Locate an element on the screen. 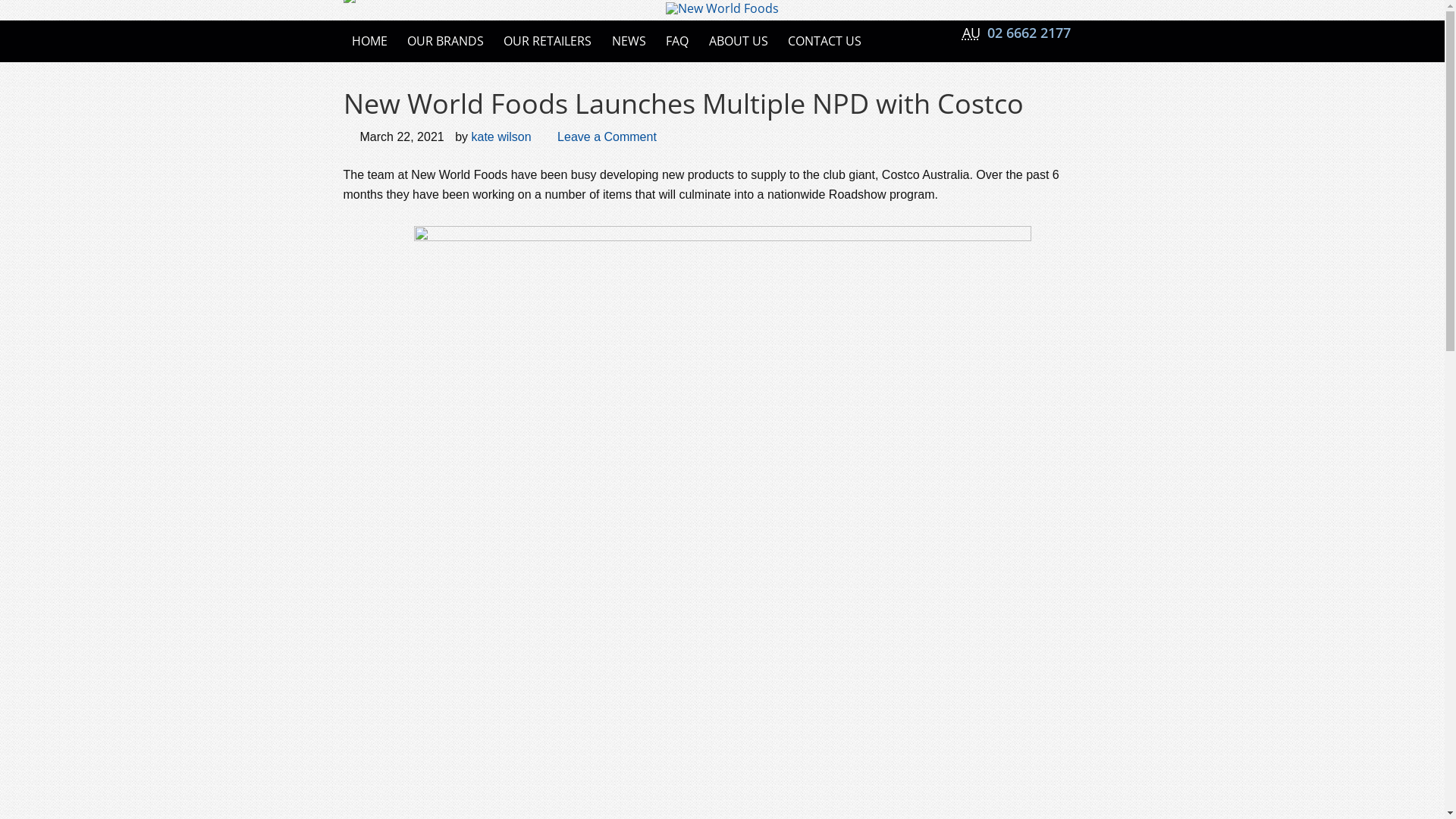 This screenshot has width=1456, height=819. 'FAQ' is located at coordinates (676, 40).